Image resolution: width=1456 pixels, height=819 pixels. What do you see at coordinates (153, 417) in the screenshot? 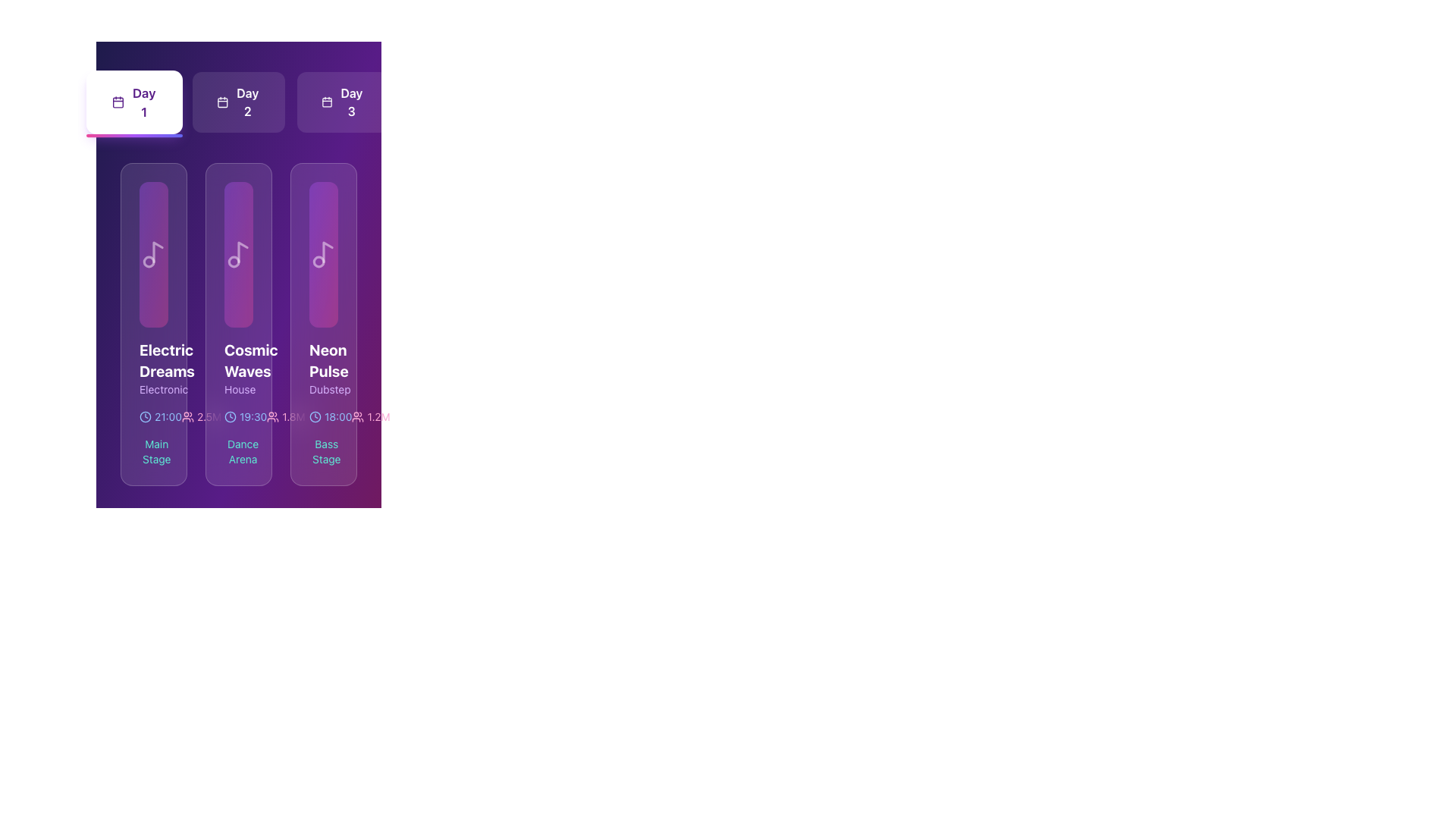
I see `text accompanying the clock icon located at the bottom of the 'Electric Dreams' card, which features a blue font color and is positioned leftmost among similar components` at bounding box center [153, 417].